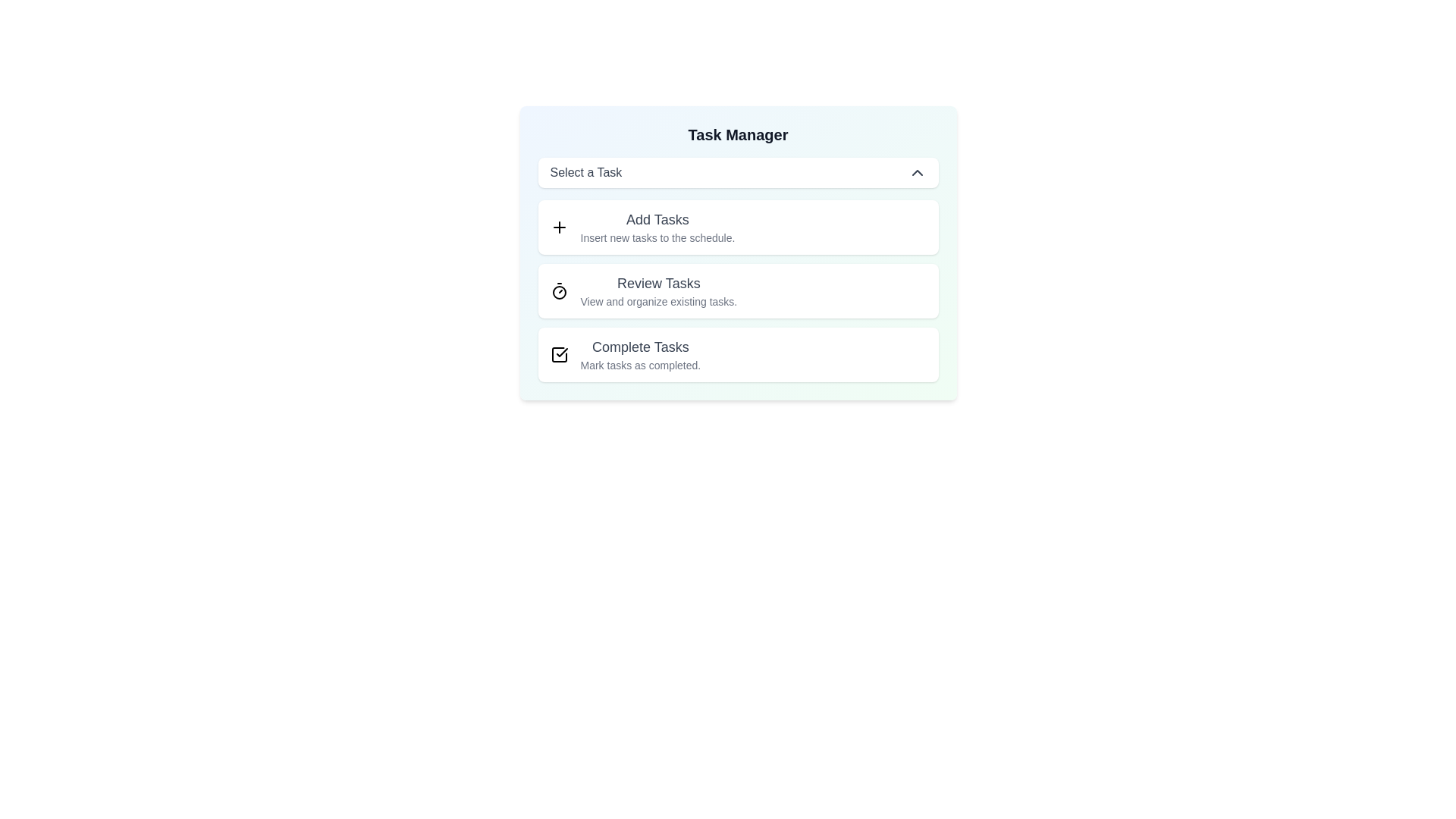  What do you see at coordinates (558, 354) in the screenshot?
I see `the option Complete Tasks from the dropdown list` at bounding box center [558, 354].